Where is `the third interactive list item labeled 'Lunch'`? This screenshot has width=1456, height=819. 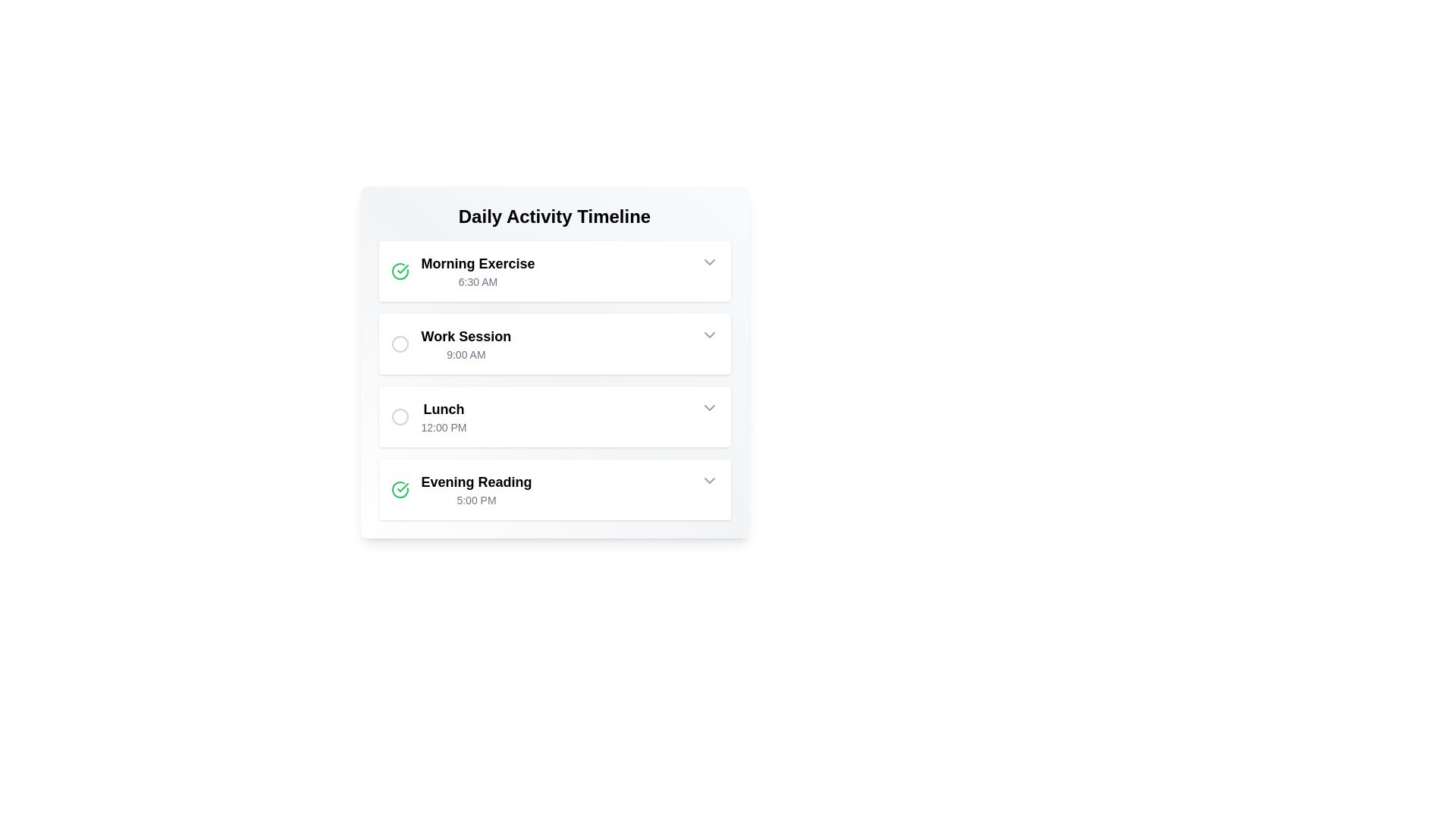
the third interactive list item labeled 'Lunch' is located at coordinates (554, 417).